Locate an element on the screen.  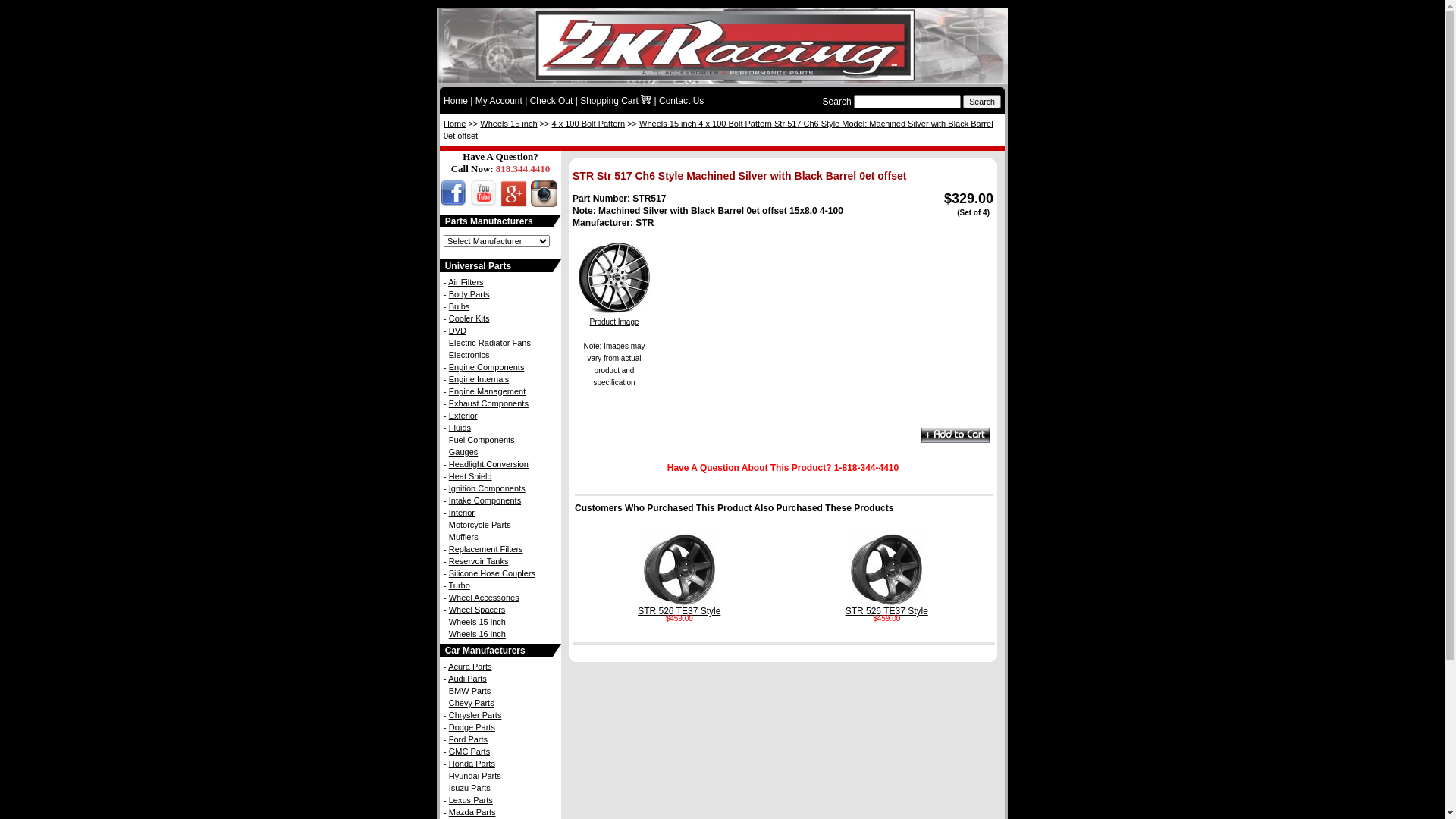
'Exterior' is located at coordinates (462, 415).